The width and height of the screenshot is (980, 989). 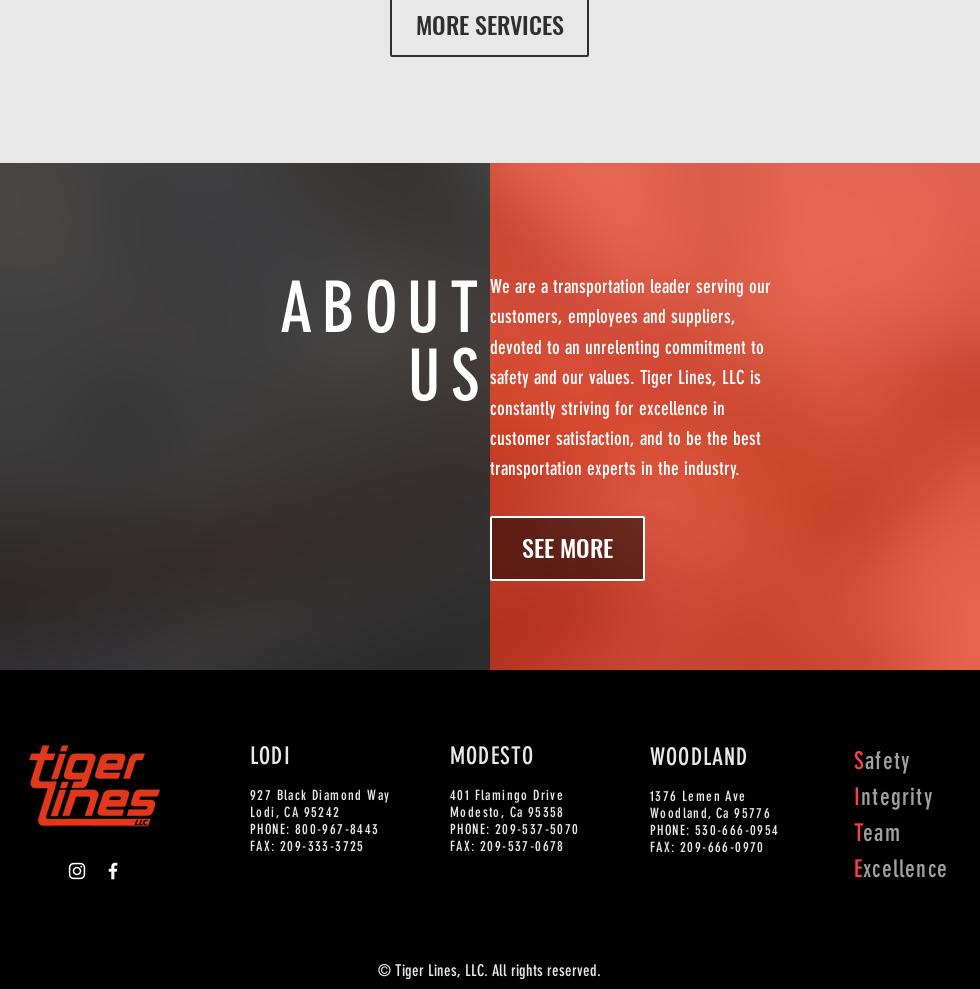 I want to click on 'SEE MORE', so click(x=567, y=547).